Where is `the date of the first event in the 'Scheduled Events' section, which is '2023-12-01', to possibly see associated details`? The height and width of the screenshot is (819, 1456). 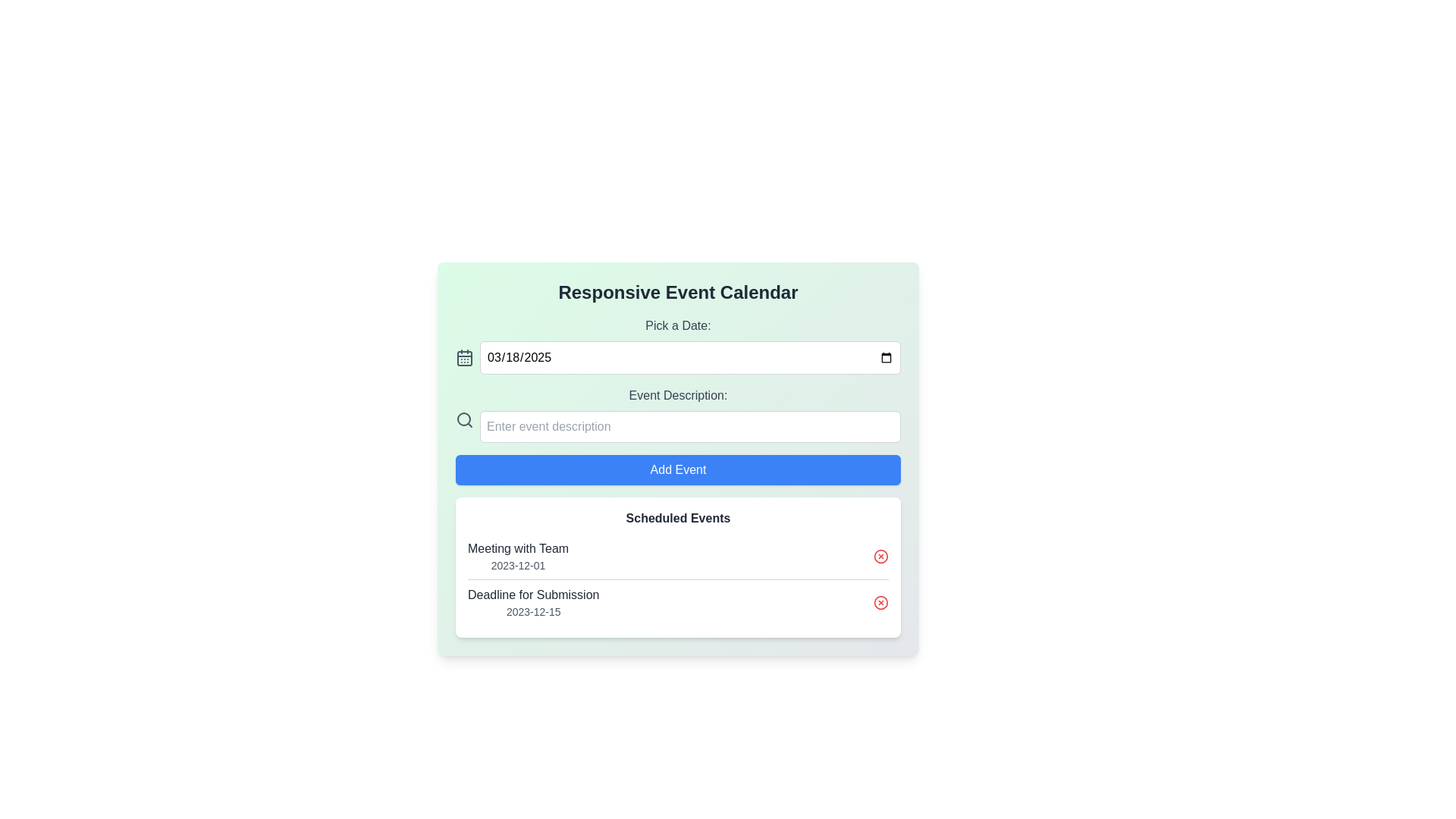
the date of the first event in the 'Scheduled Events' section, which is '2023-12-01', to possibly see associated details is located at coordinates (677, 556).